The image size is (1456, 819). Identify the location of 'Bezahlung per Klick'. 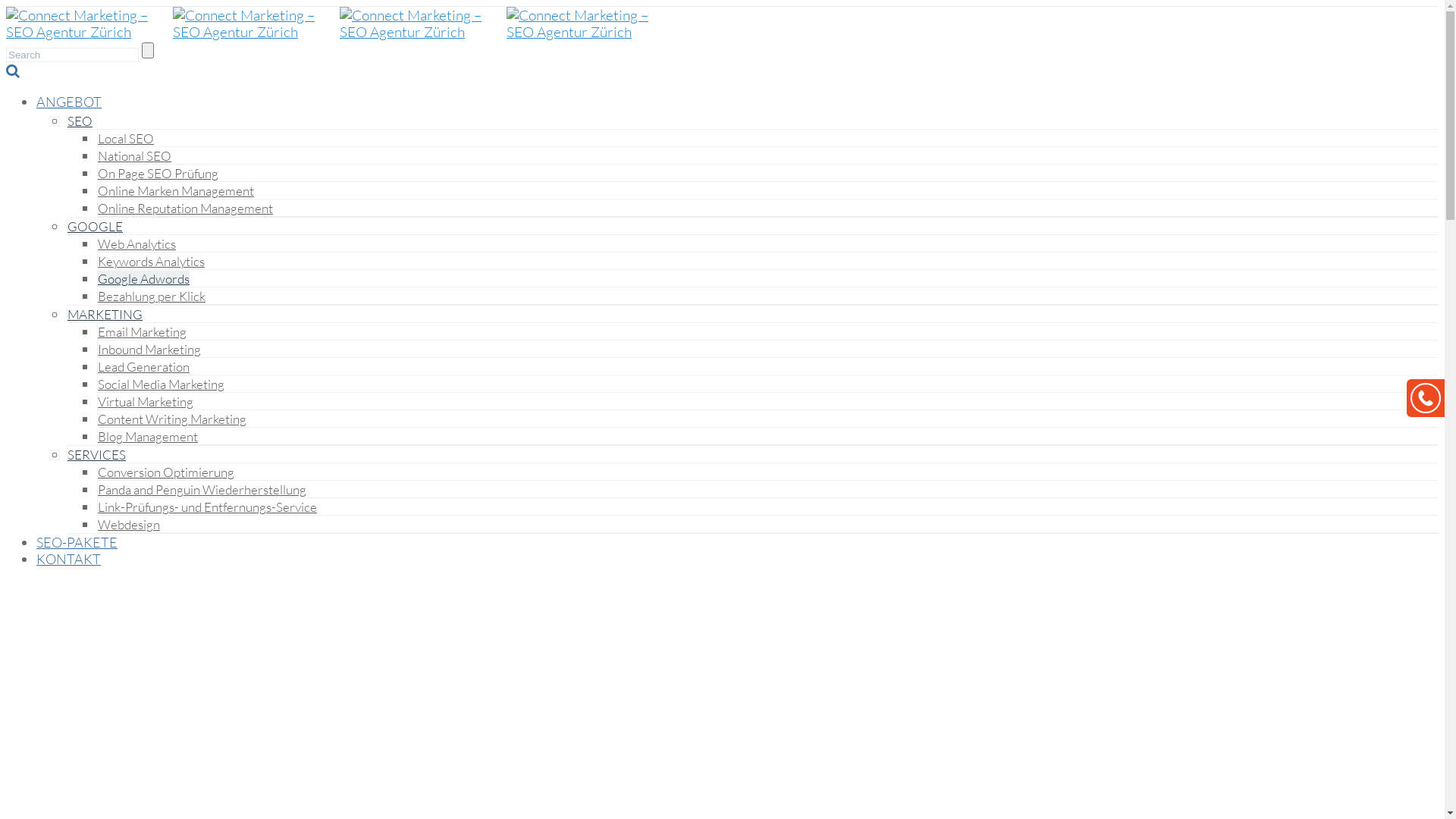
(151, 296).